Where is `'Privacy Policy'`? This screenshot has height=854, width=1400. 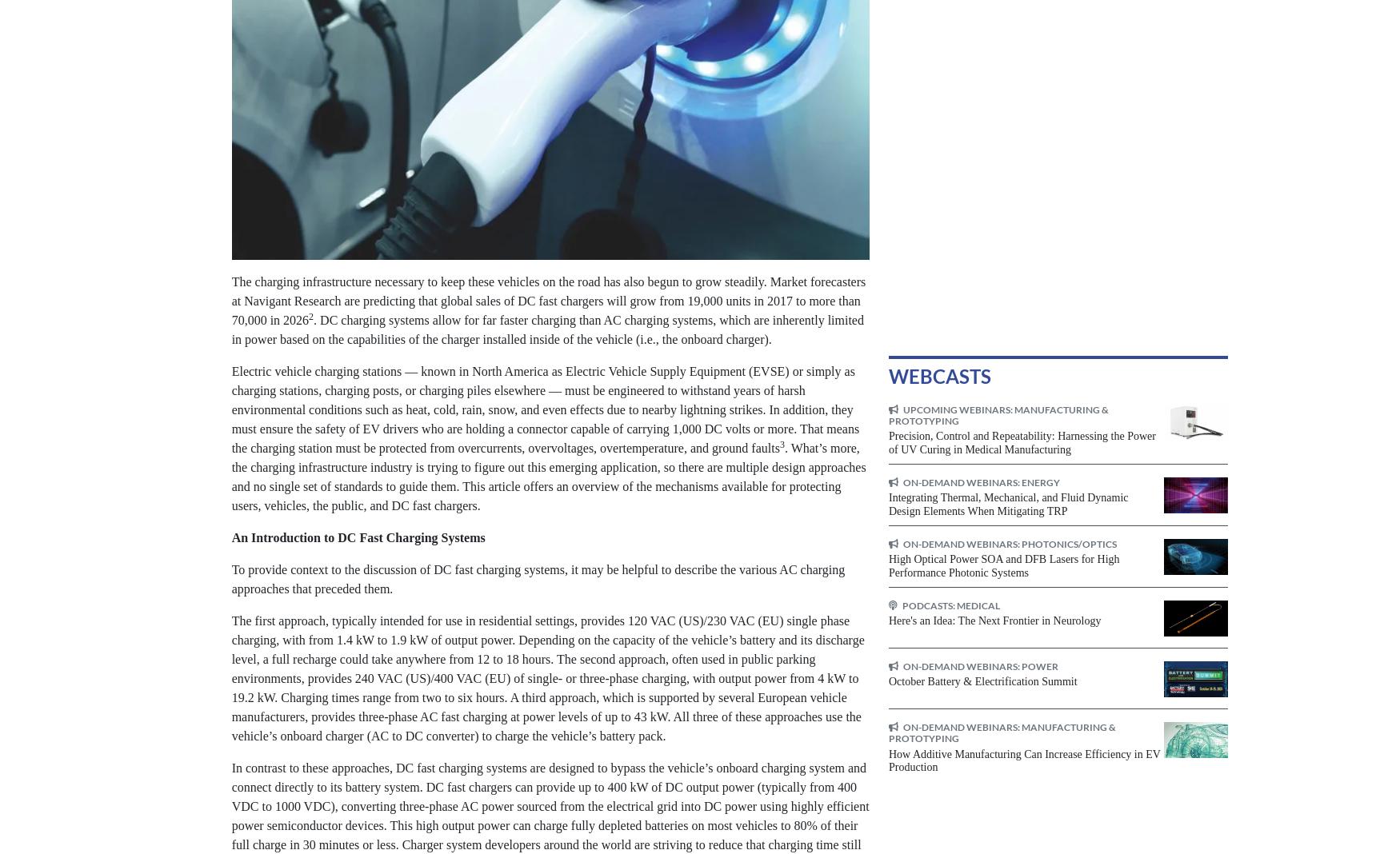 'Privacy Policy' is located at coordinates (837, 678).